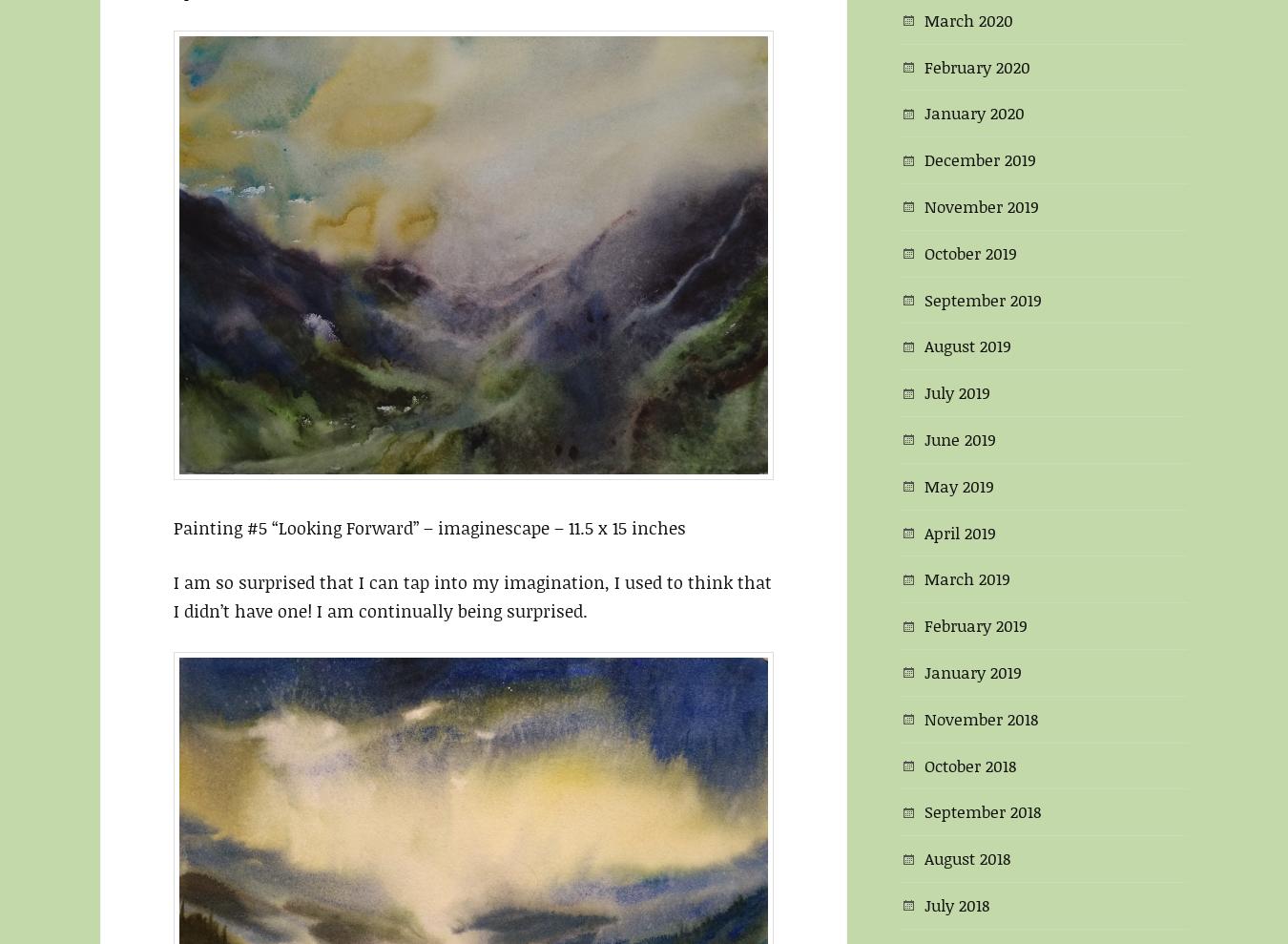 Image resolution: width=1288 pixels, height=944 pixels. Describe the element at coordinates (959, 436) in the screenshot. I see `'June 2019'` at that location.